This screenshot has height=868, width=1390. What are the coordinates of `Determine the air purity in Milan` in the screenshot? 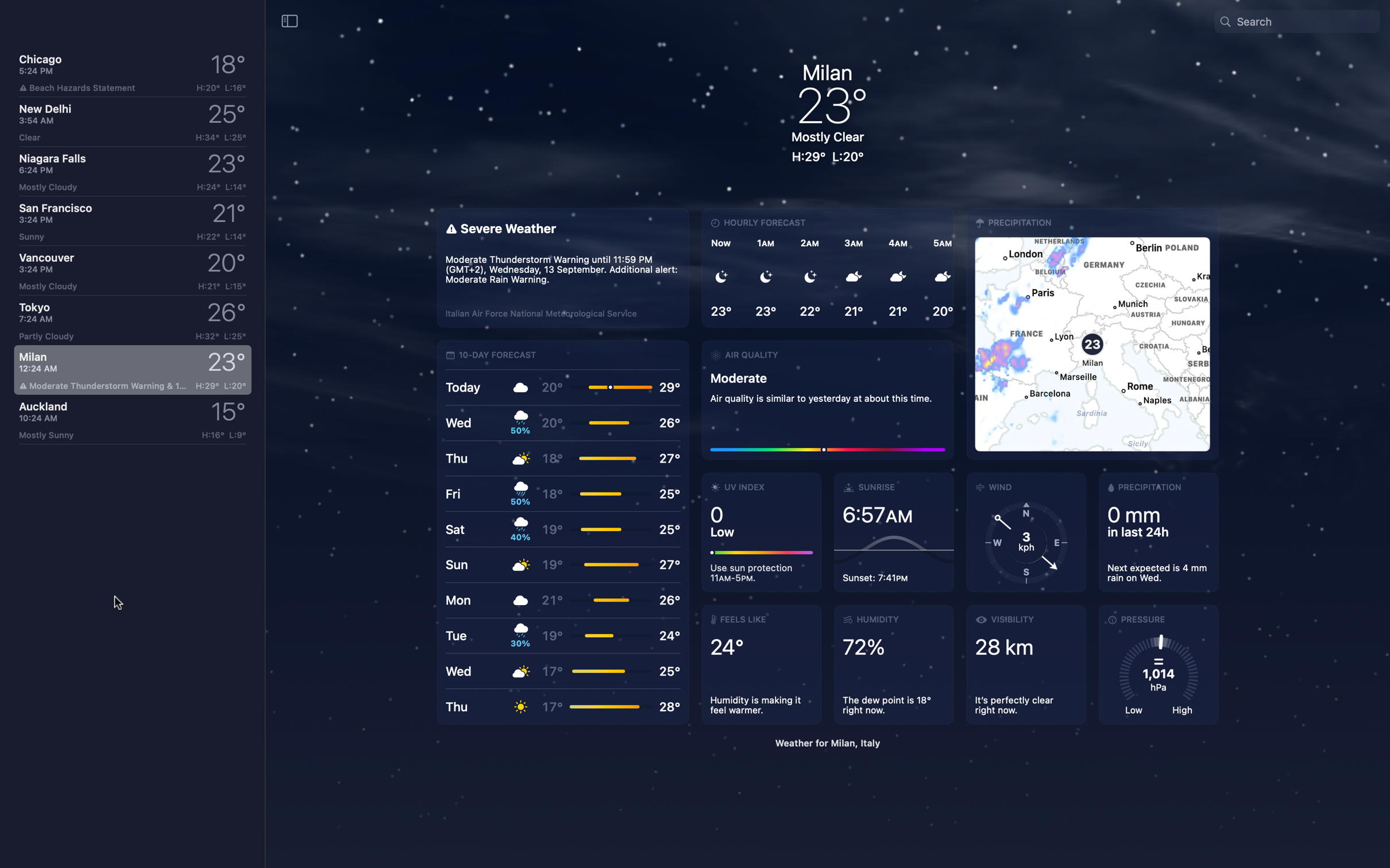 It's located at (827, 398).